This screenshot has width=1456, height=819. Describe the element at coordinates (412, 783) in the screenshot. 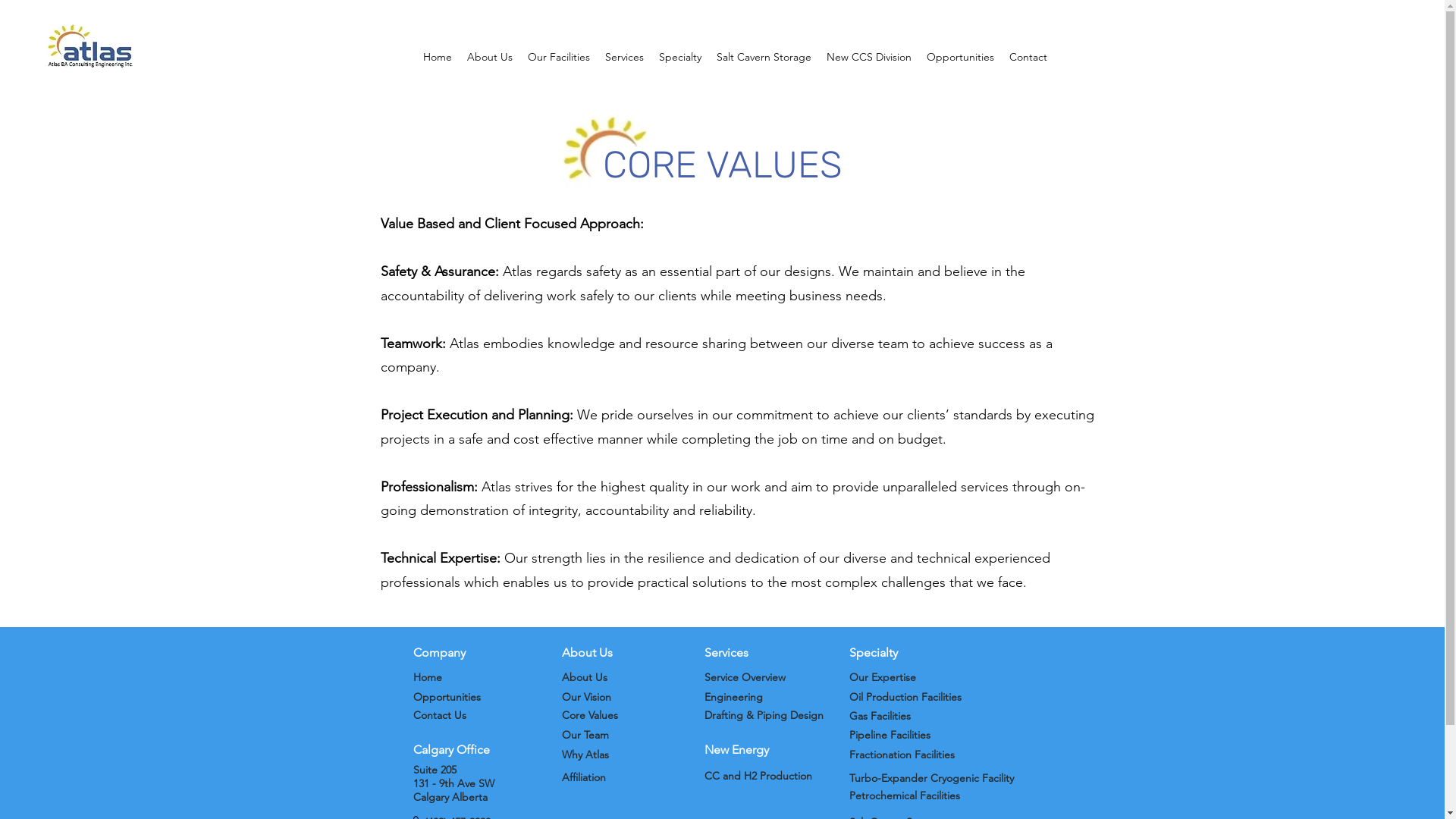

I see `'Suite 205` at that location.